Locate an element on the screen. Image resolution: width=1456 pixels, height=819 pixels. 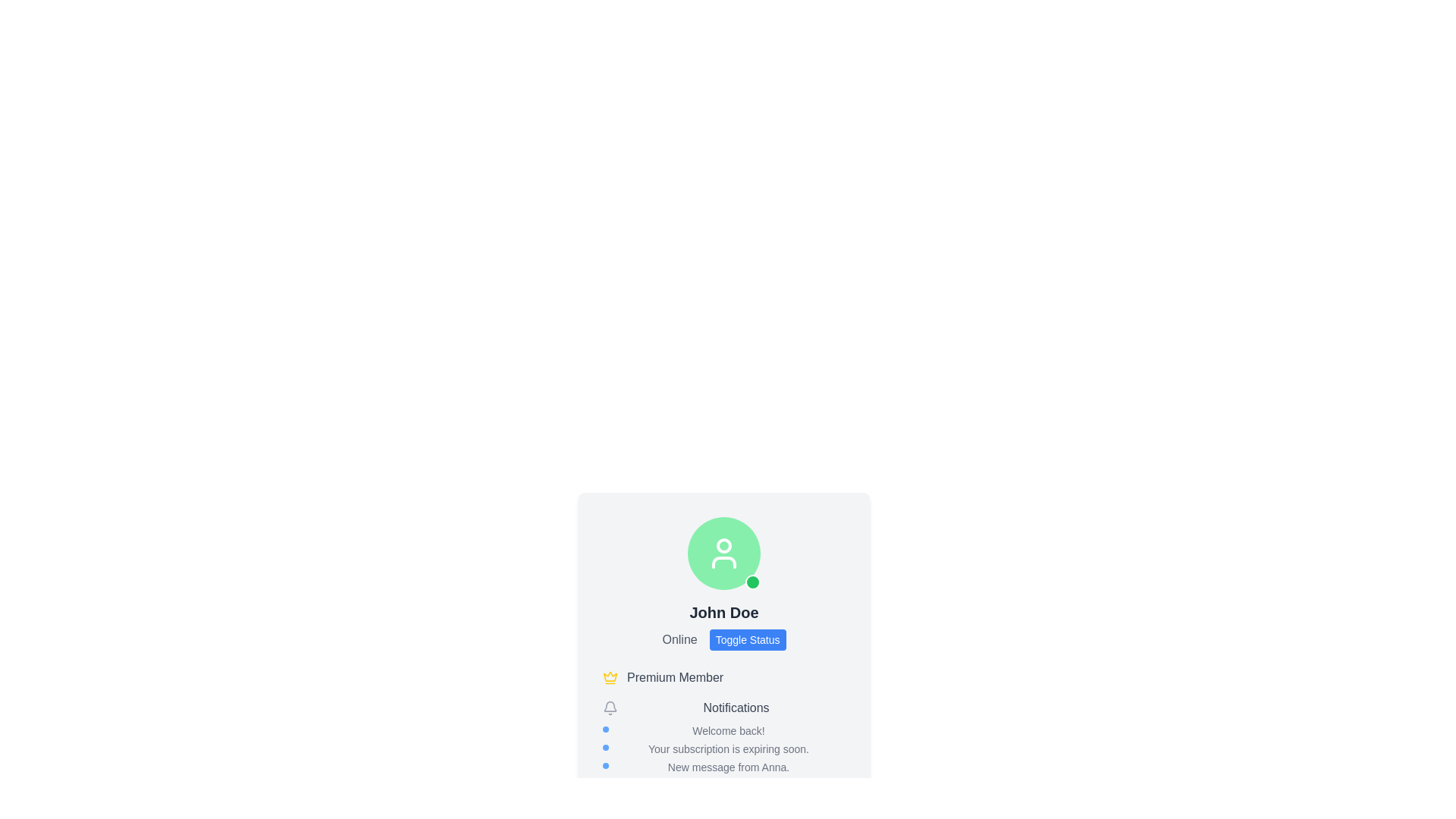
the status indicator badge located at the bottom-right corner of the user profile component is located at coordinates (753, 581).